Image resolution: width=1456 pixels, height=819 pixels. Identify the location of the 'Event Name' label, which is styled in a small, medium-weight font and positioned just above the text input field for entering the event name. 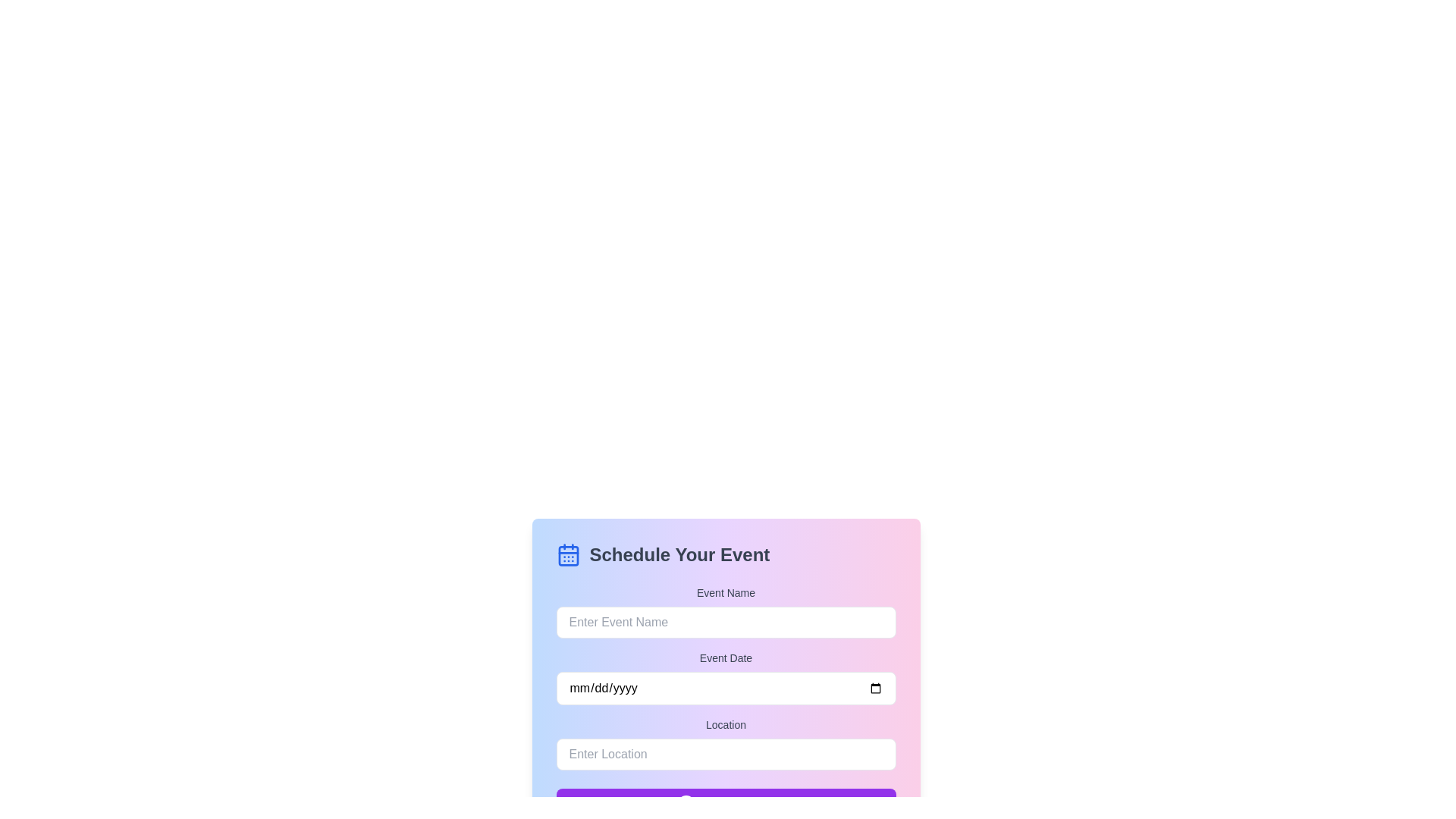
(725, 592).